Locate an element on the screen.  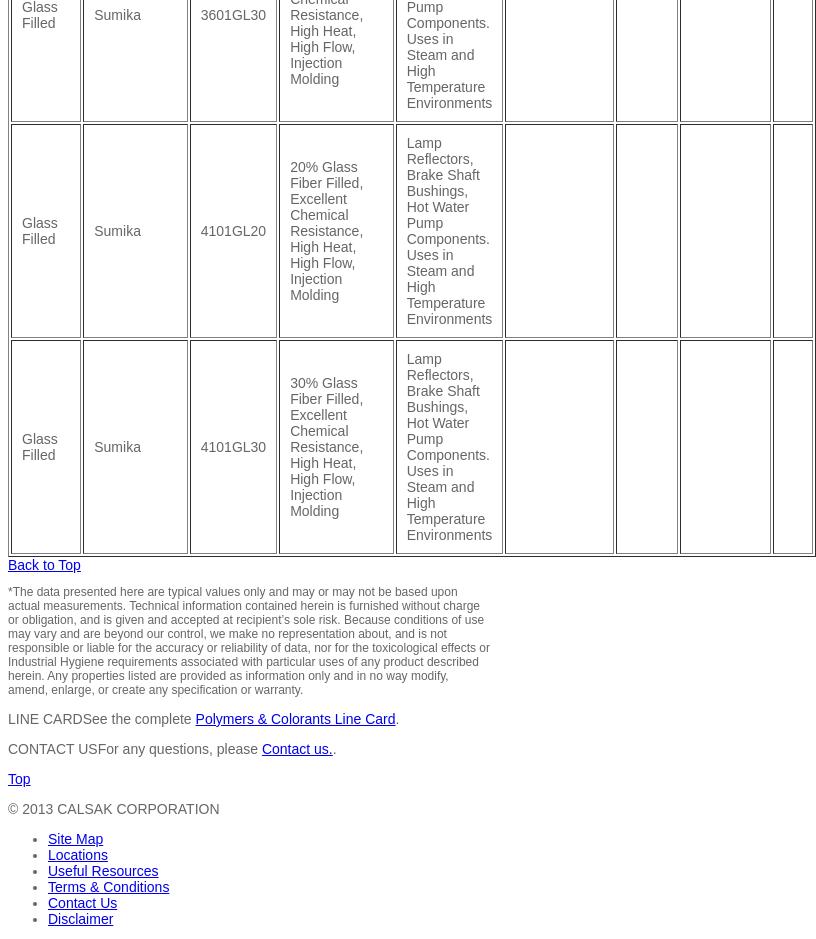
'Useful Resources' is located at coordinates (101, 869).